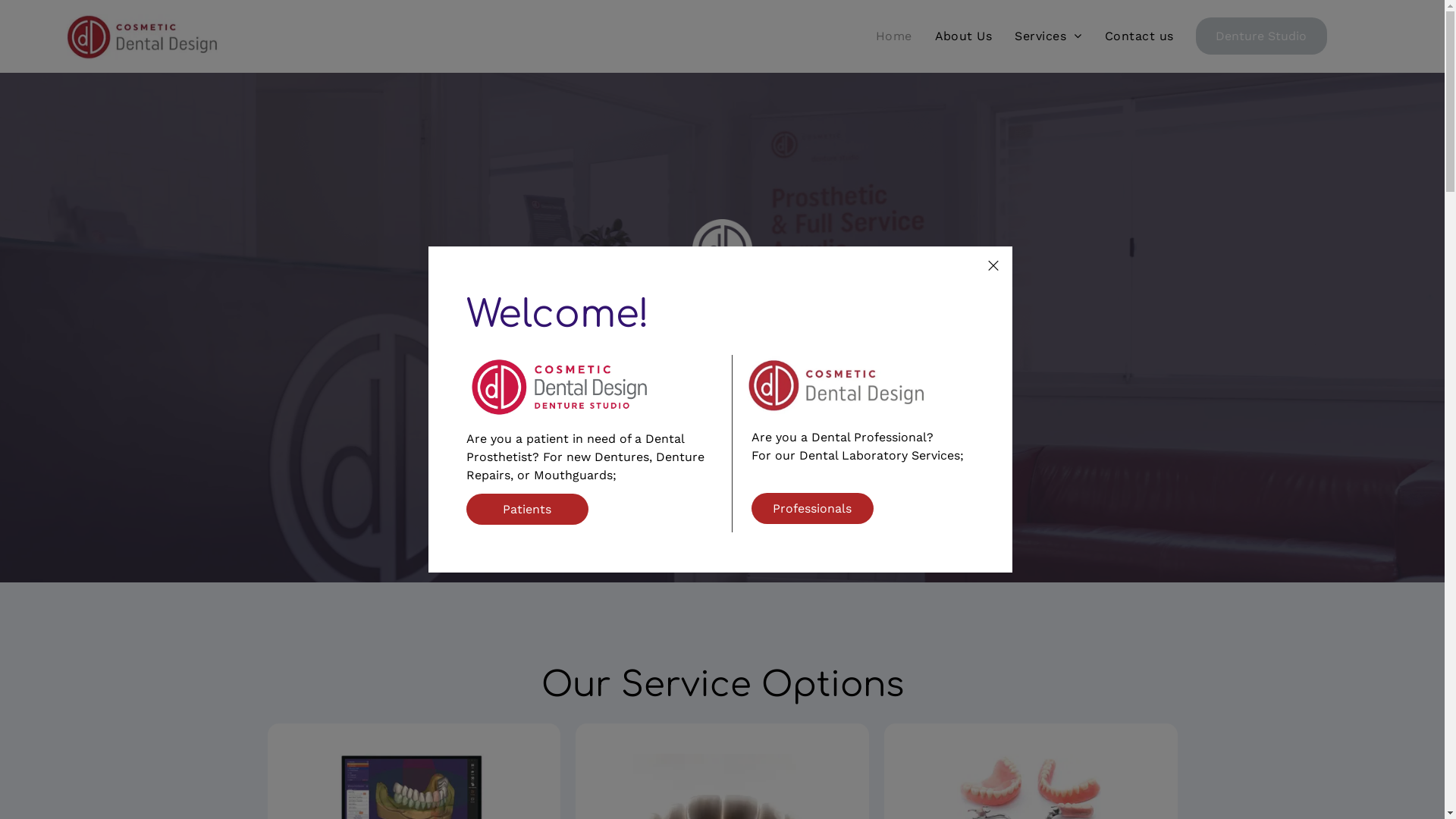 The width and height of the screenshot is (1456, 819). What do you see at coordinates (527, 509) in the screenshot?
I see `'Patients'` at bounding box center [527, 509].